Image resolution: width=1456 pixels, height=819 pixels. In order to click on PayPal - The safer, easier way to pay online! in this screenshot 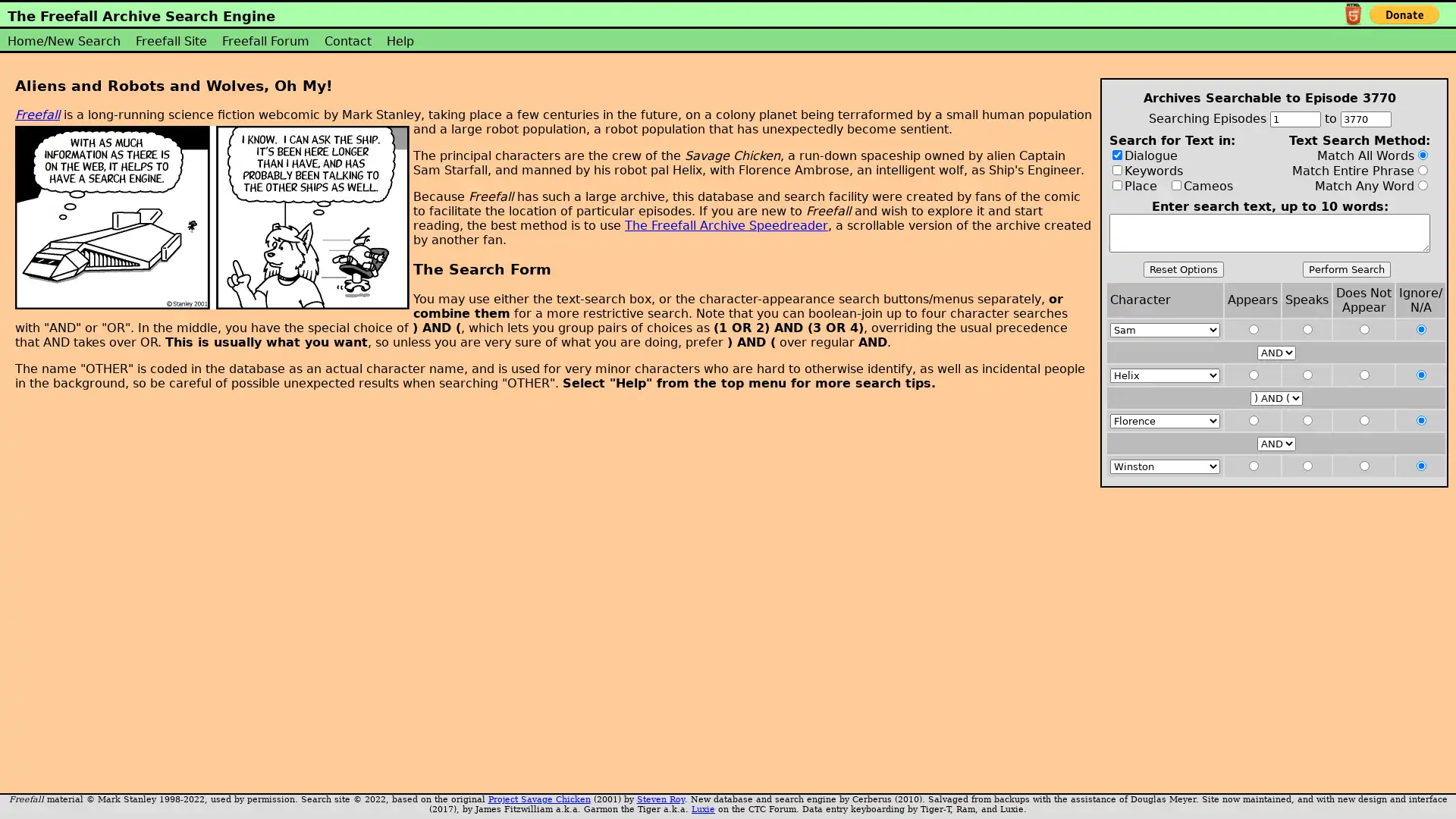, I will do `click(1404, 14)`.